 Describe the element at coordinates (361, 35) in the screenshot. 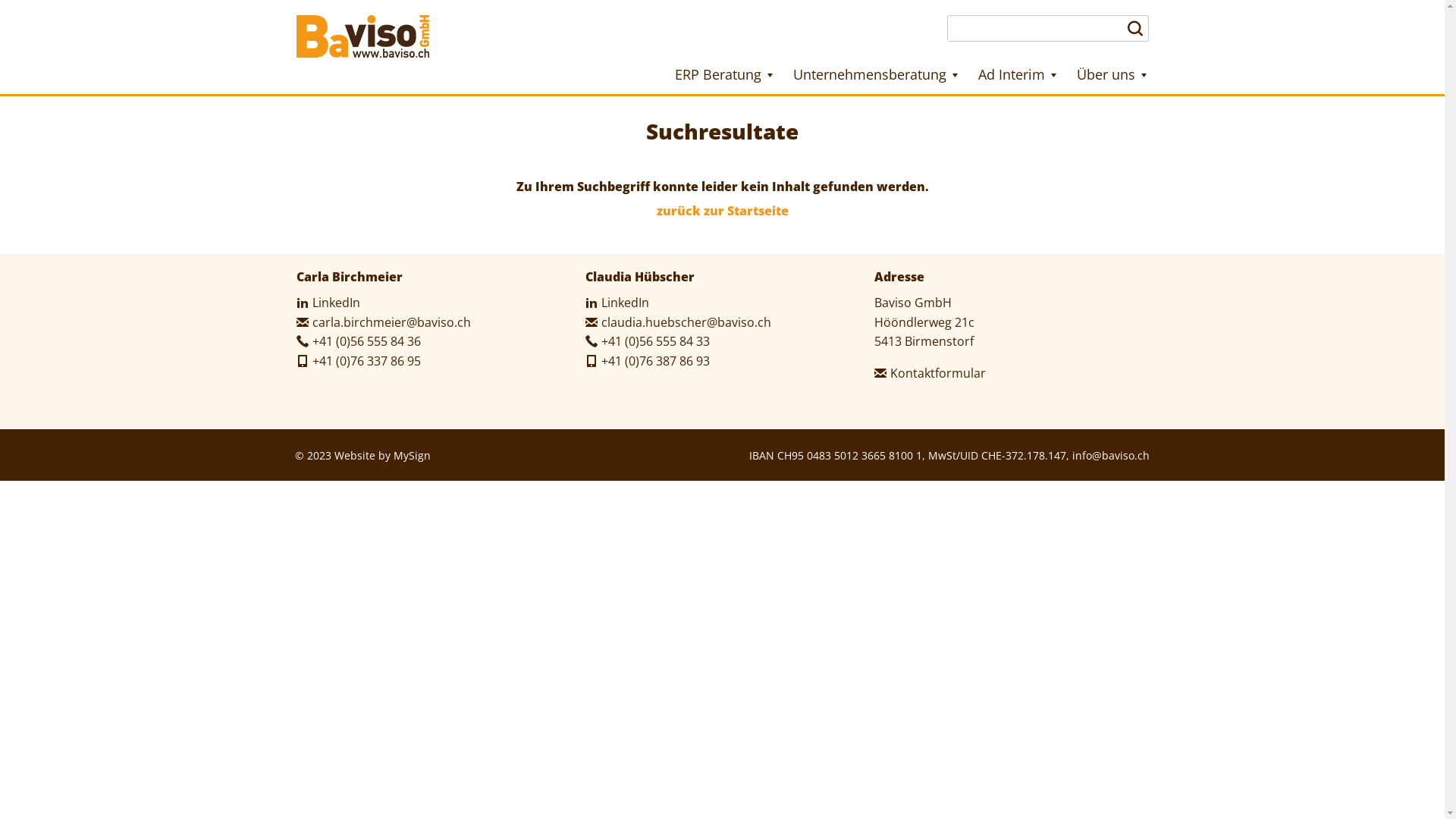

I see `'Baviso GmbH'` at that location.